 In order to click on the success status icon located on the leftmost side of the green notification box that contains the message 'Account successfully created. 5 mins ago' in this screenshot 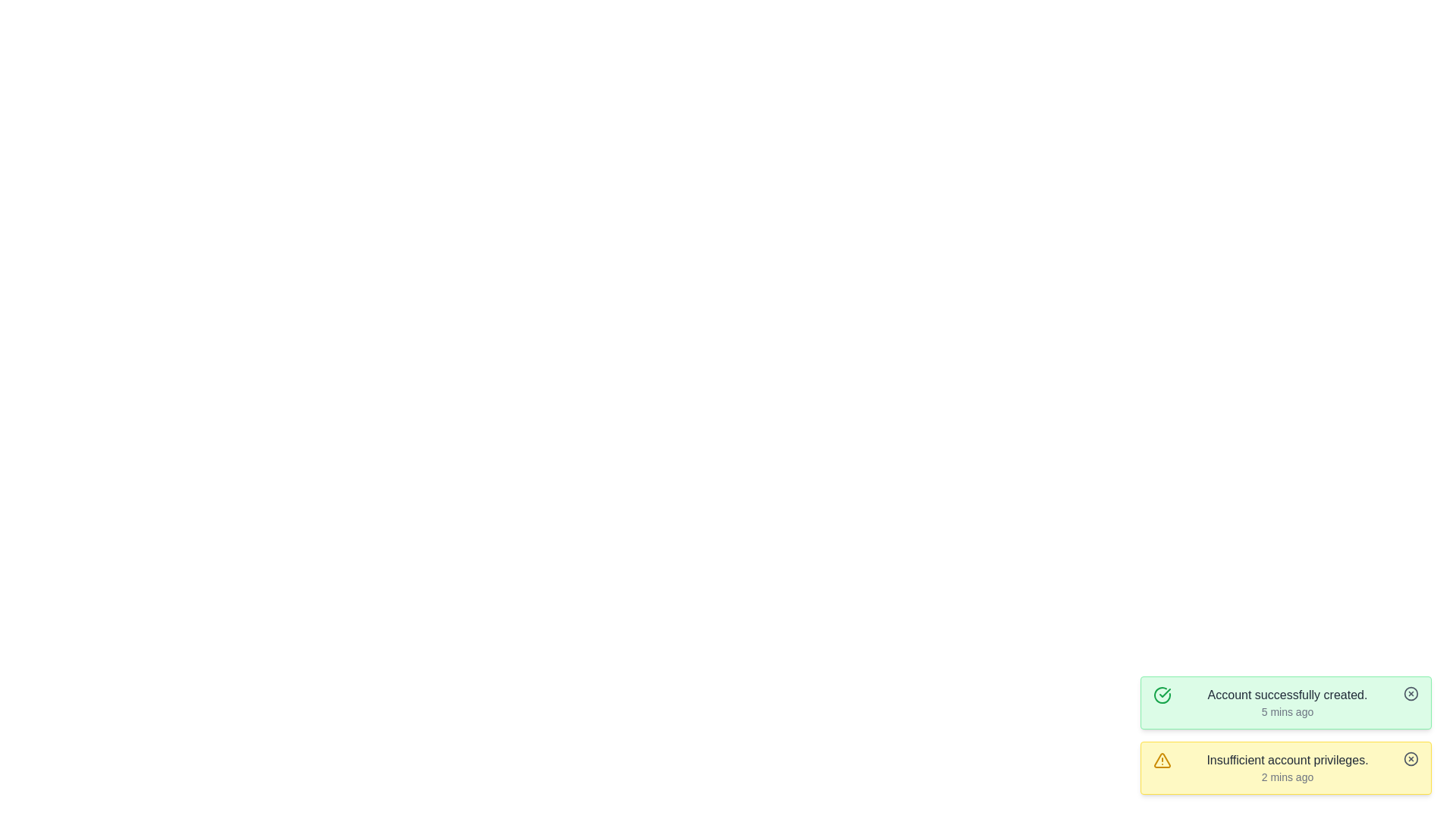, I will do `click(1161, 695)`.